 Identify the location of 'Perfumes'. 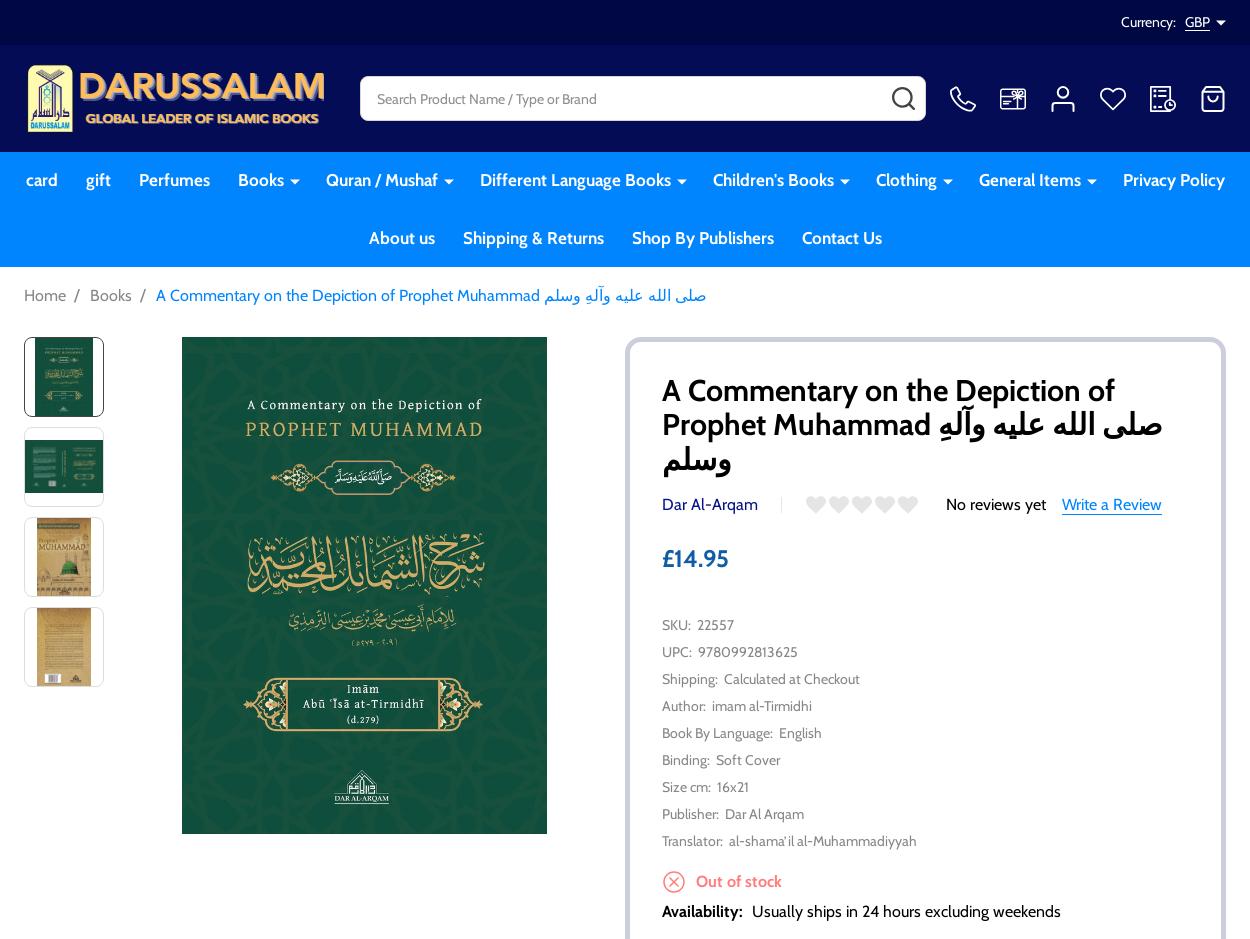
(173, 180).